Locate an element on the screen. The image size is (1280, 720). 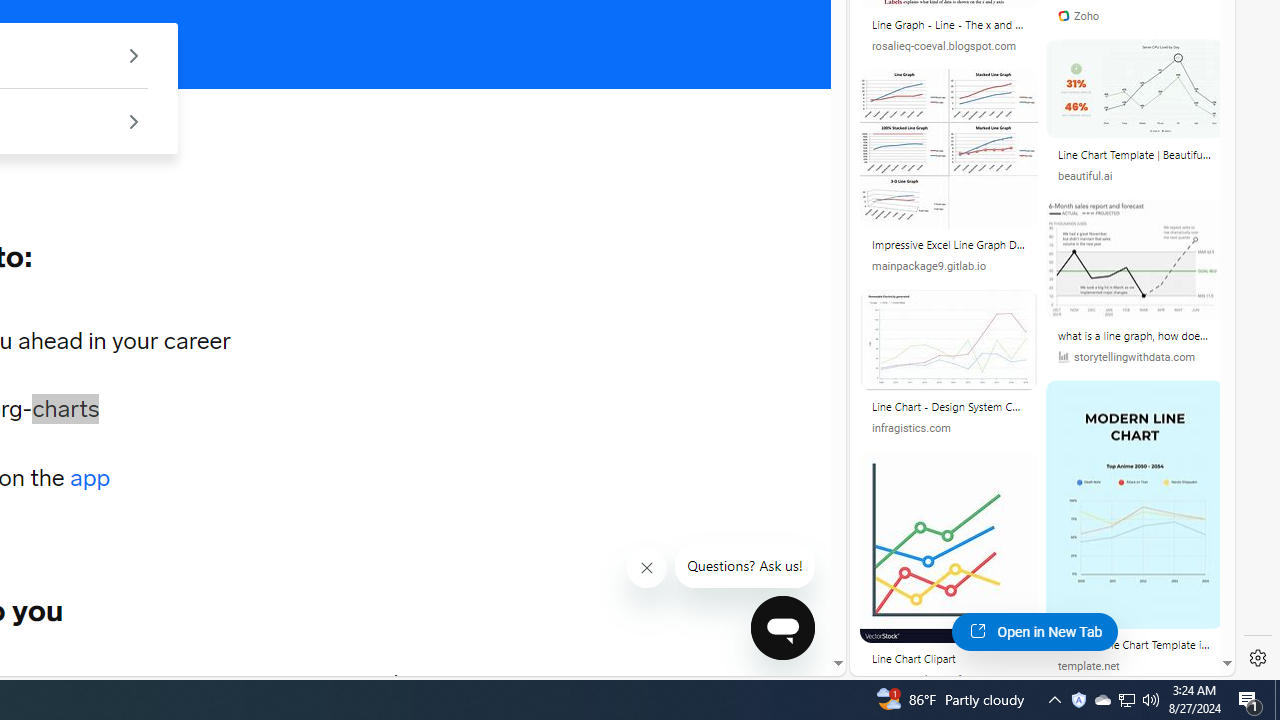
'Class: sc-1uf0igr-1 fjHZYk' is located at coordinates (647, 568).